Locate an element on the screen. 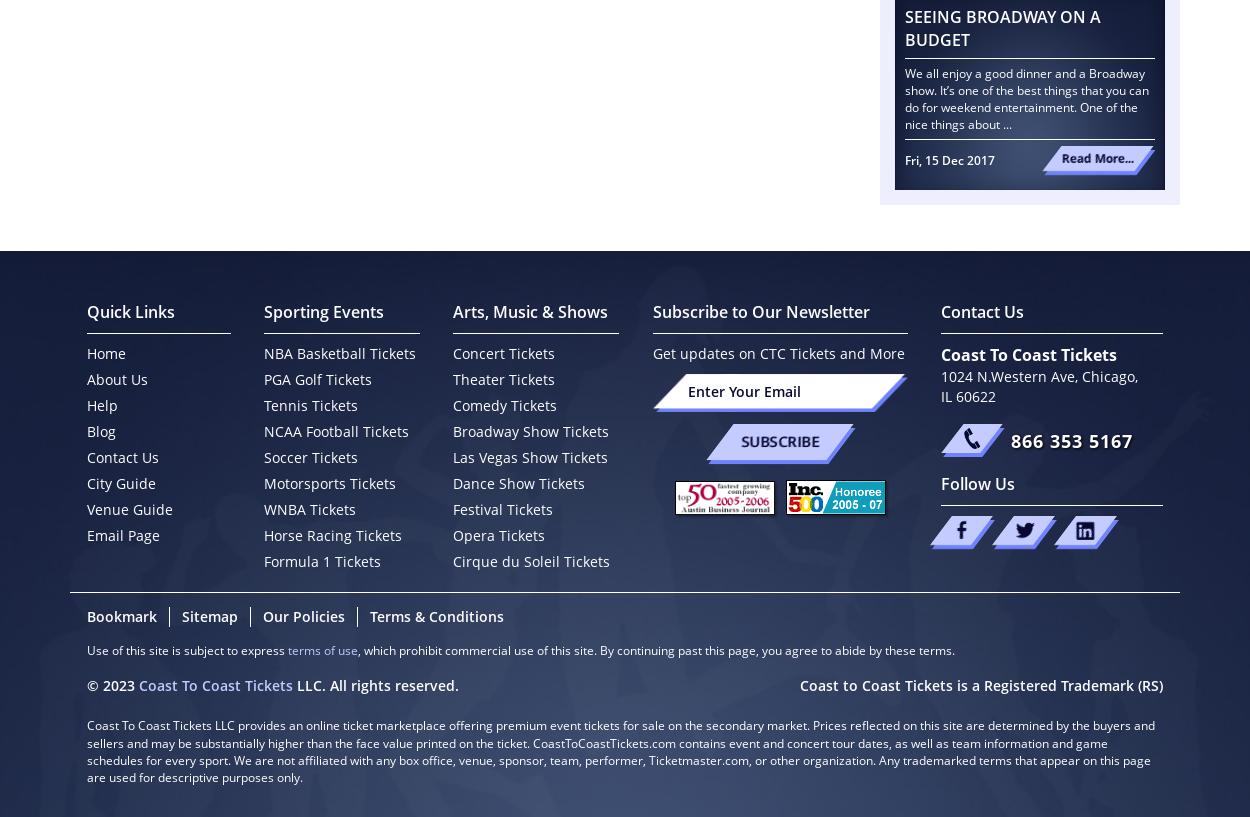  'Our Policies' is located at coordinates (303, 616).